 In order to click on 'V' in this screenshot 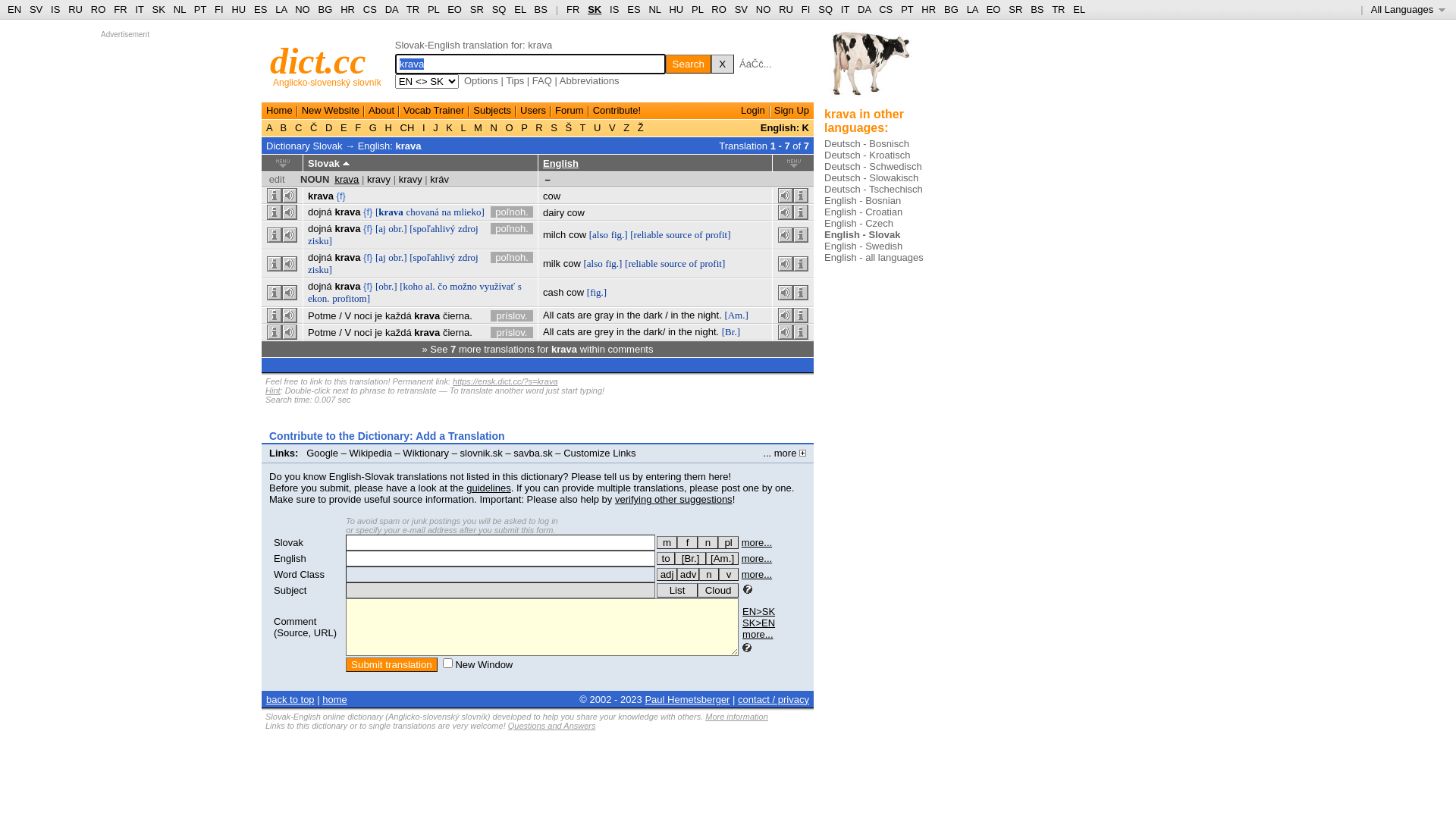, I will do `click(611, 127)`.